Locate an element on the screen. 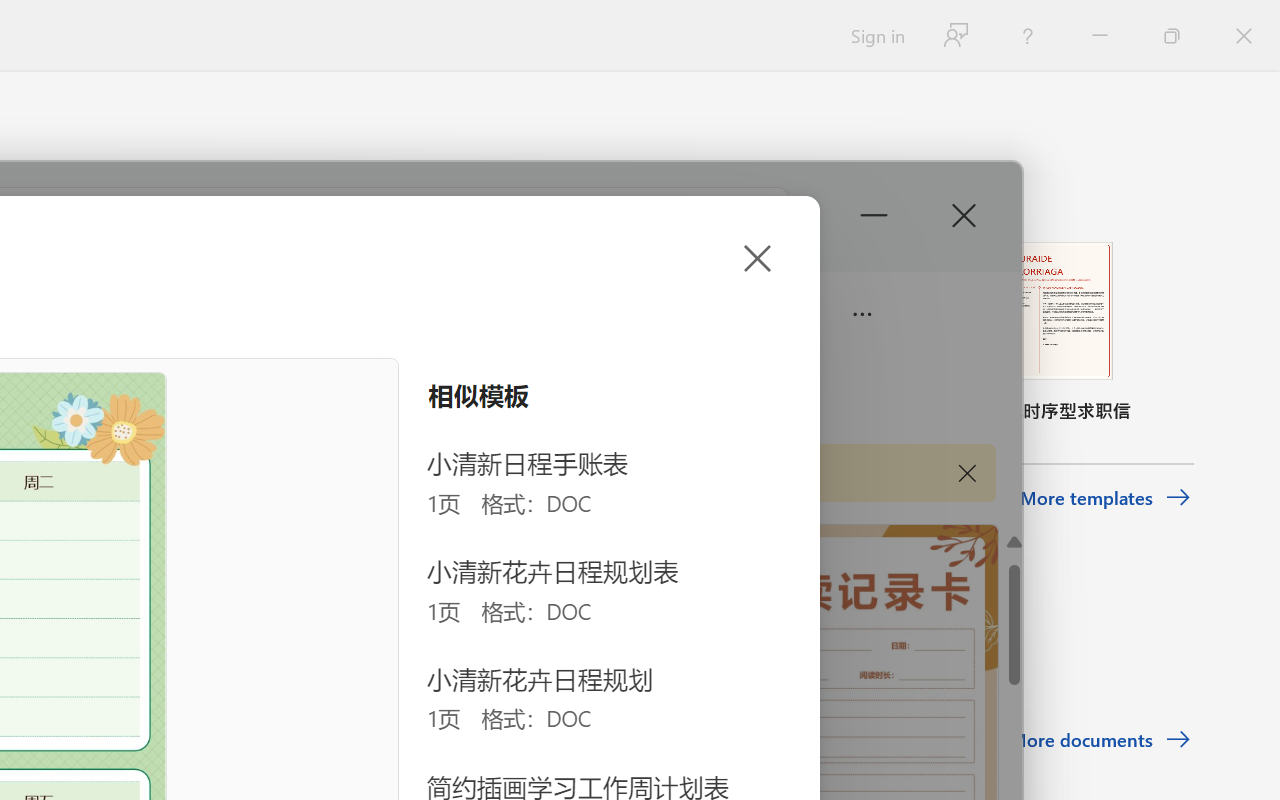 The image size is (1280, 800). 'Sign in' is located at coordinates (876, 34).